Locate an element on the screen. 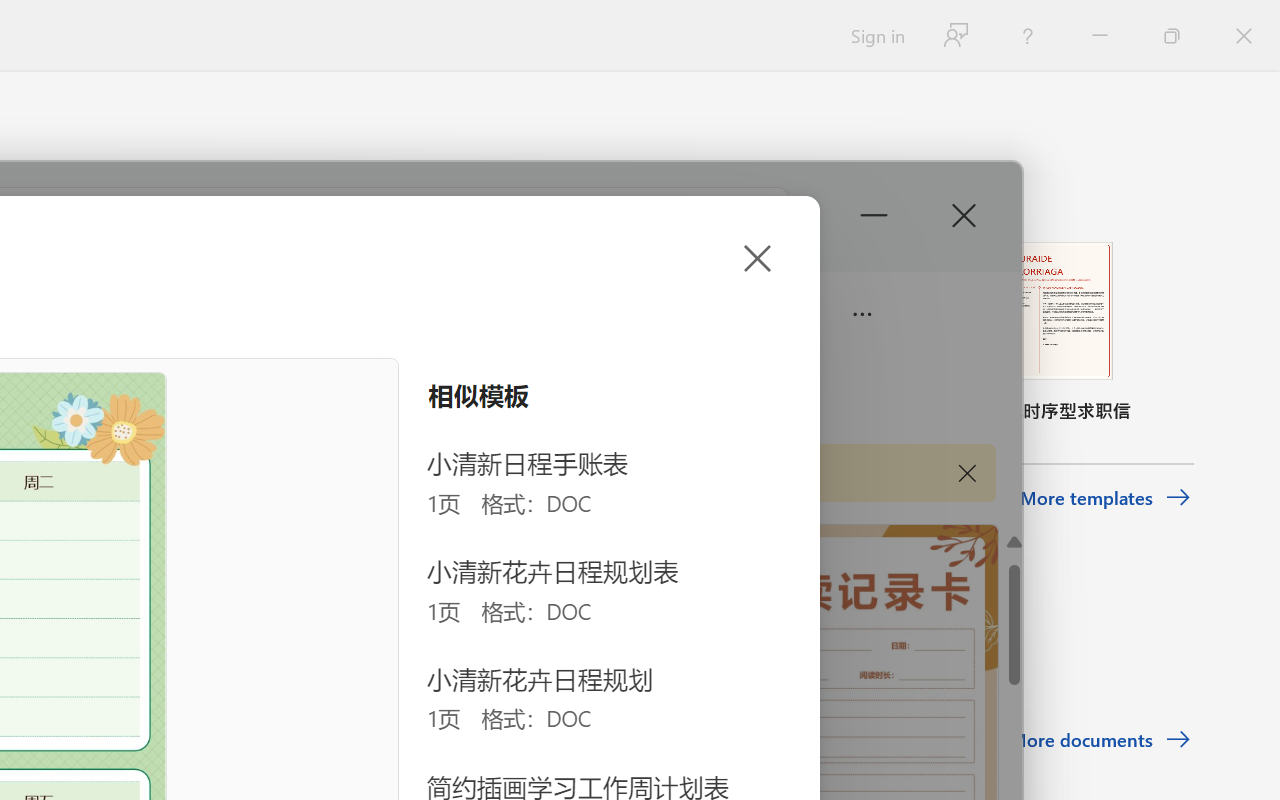 The image size is (1280, 800). 'Sign in' is located at coordinates (876, 34).